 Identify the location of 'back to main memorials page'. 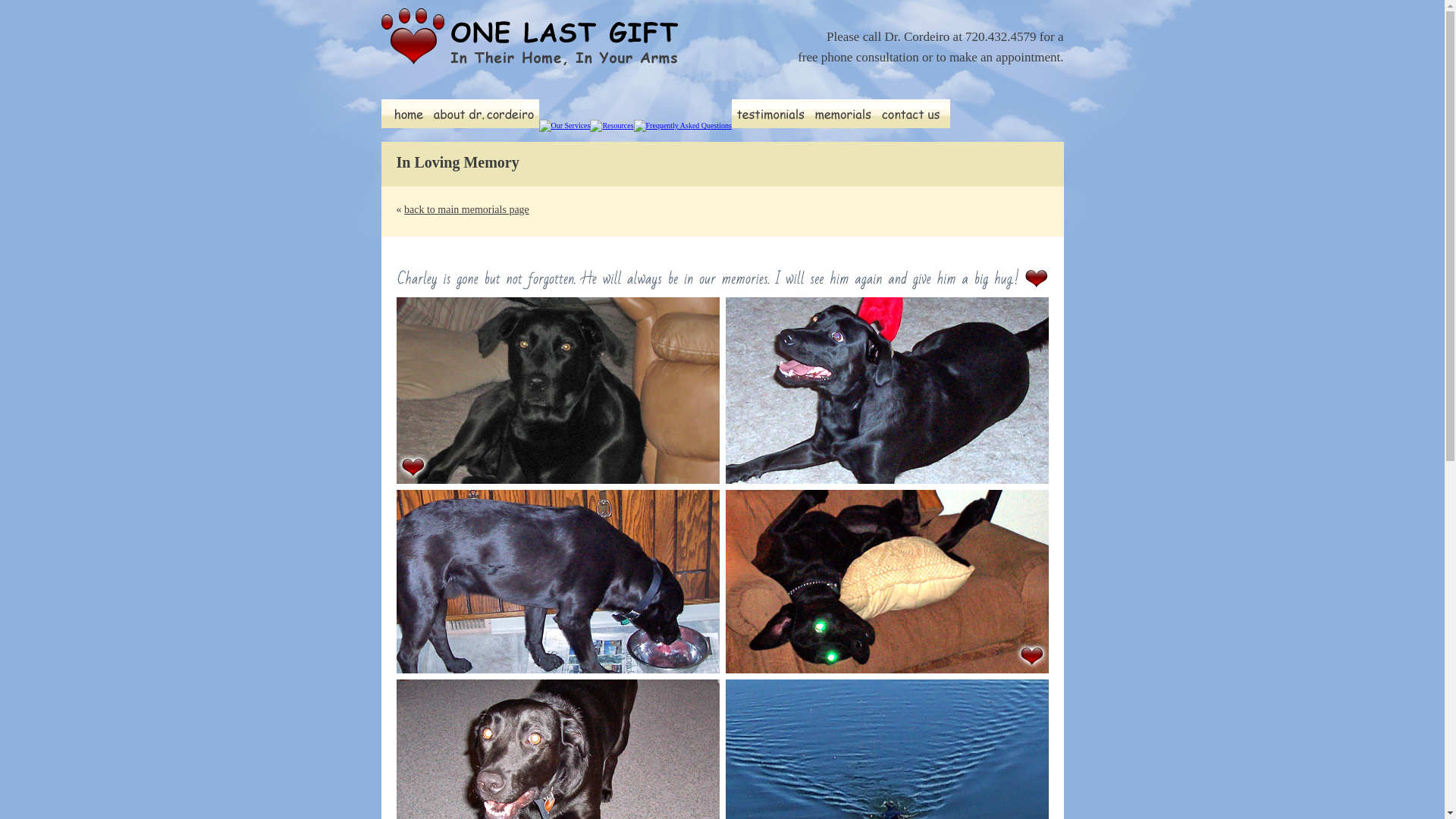
(466, 209).